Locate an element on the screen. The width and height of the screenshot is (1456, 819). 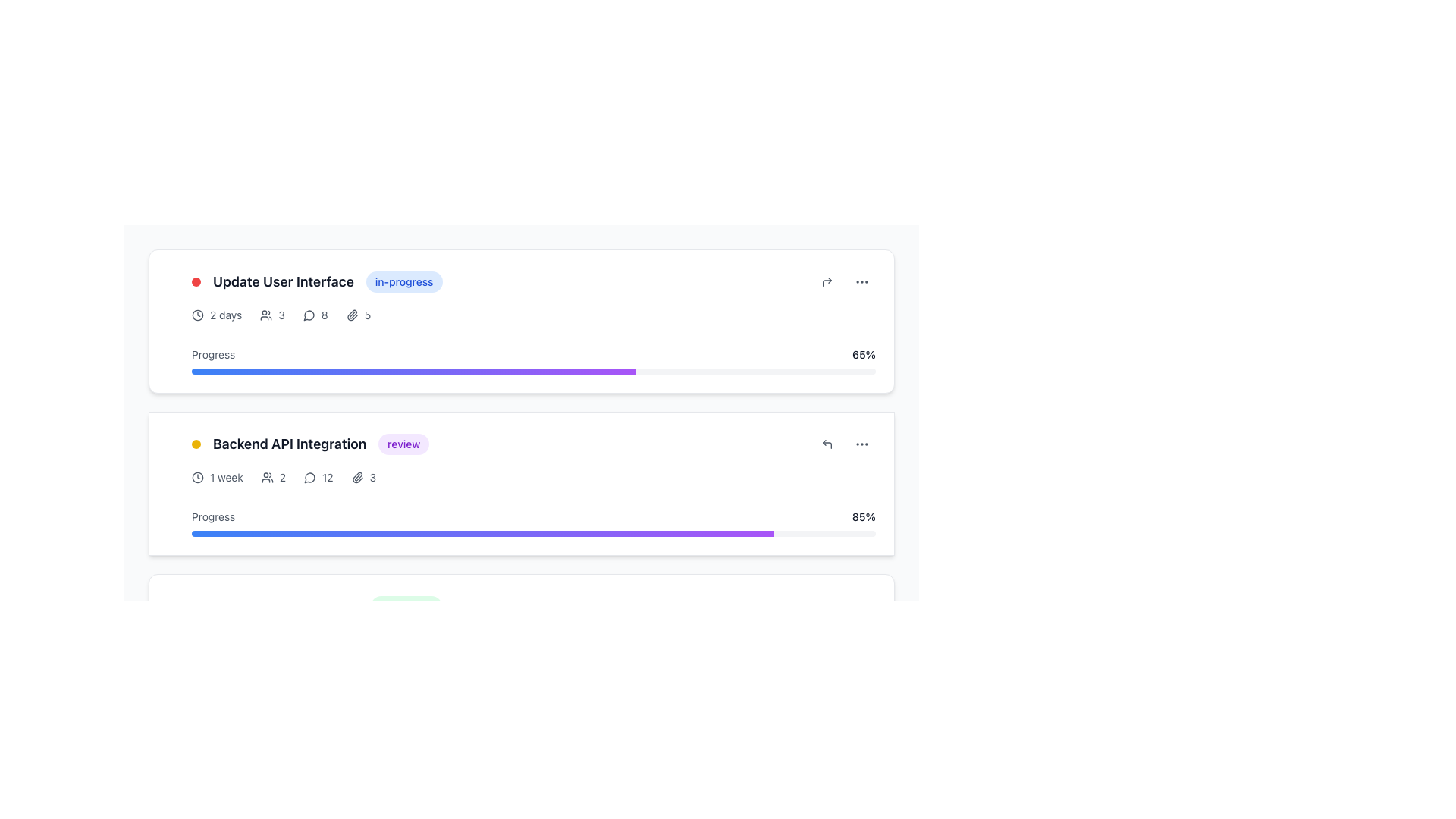
the small, curved arrow icon in the top-right corner of the first task card is located at coordinates (826, 281).